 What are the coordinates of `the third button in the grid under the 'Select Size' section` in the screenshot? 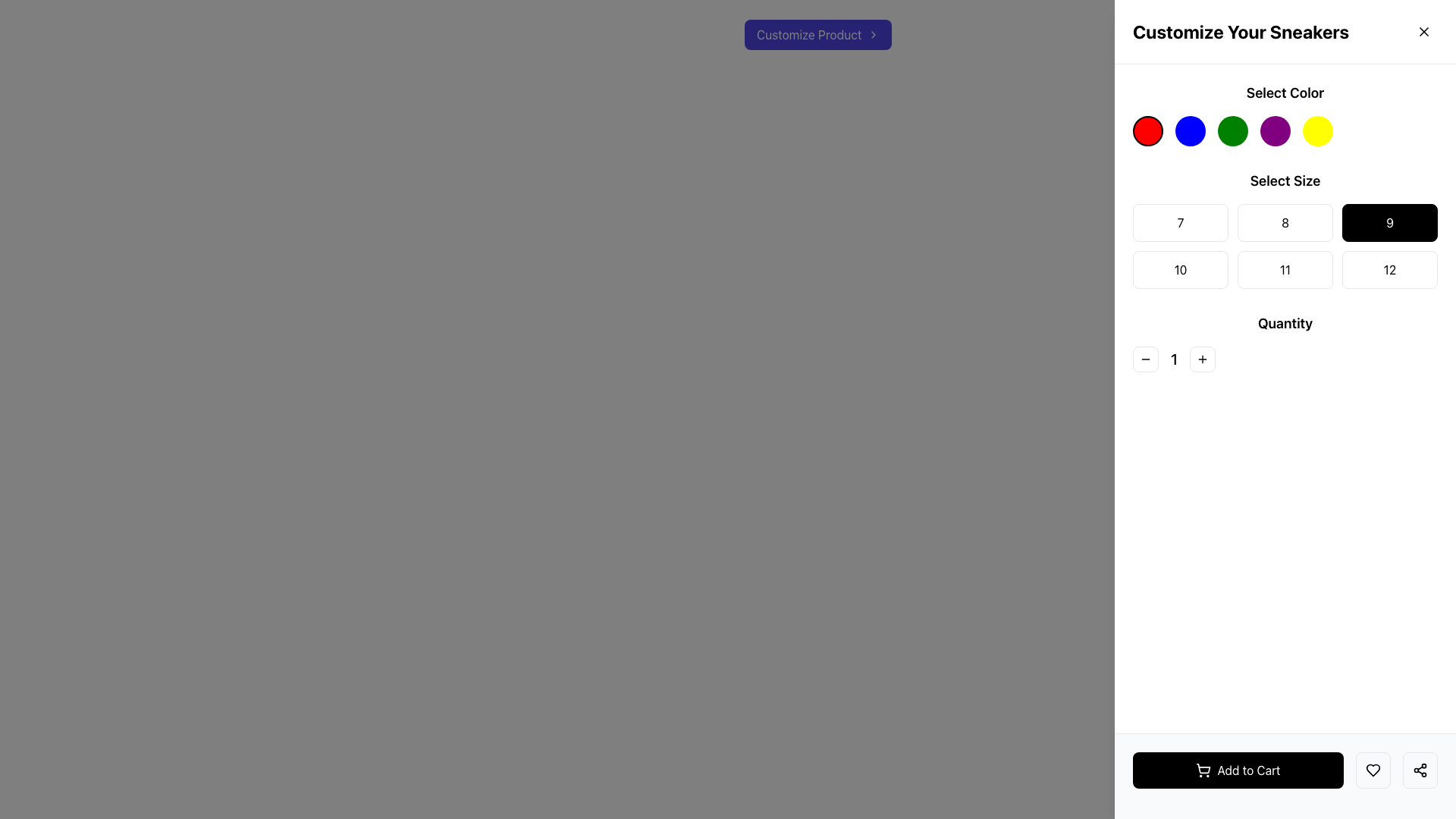 It's located at (1390, 222).